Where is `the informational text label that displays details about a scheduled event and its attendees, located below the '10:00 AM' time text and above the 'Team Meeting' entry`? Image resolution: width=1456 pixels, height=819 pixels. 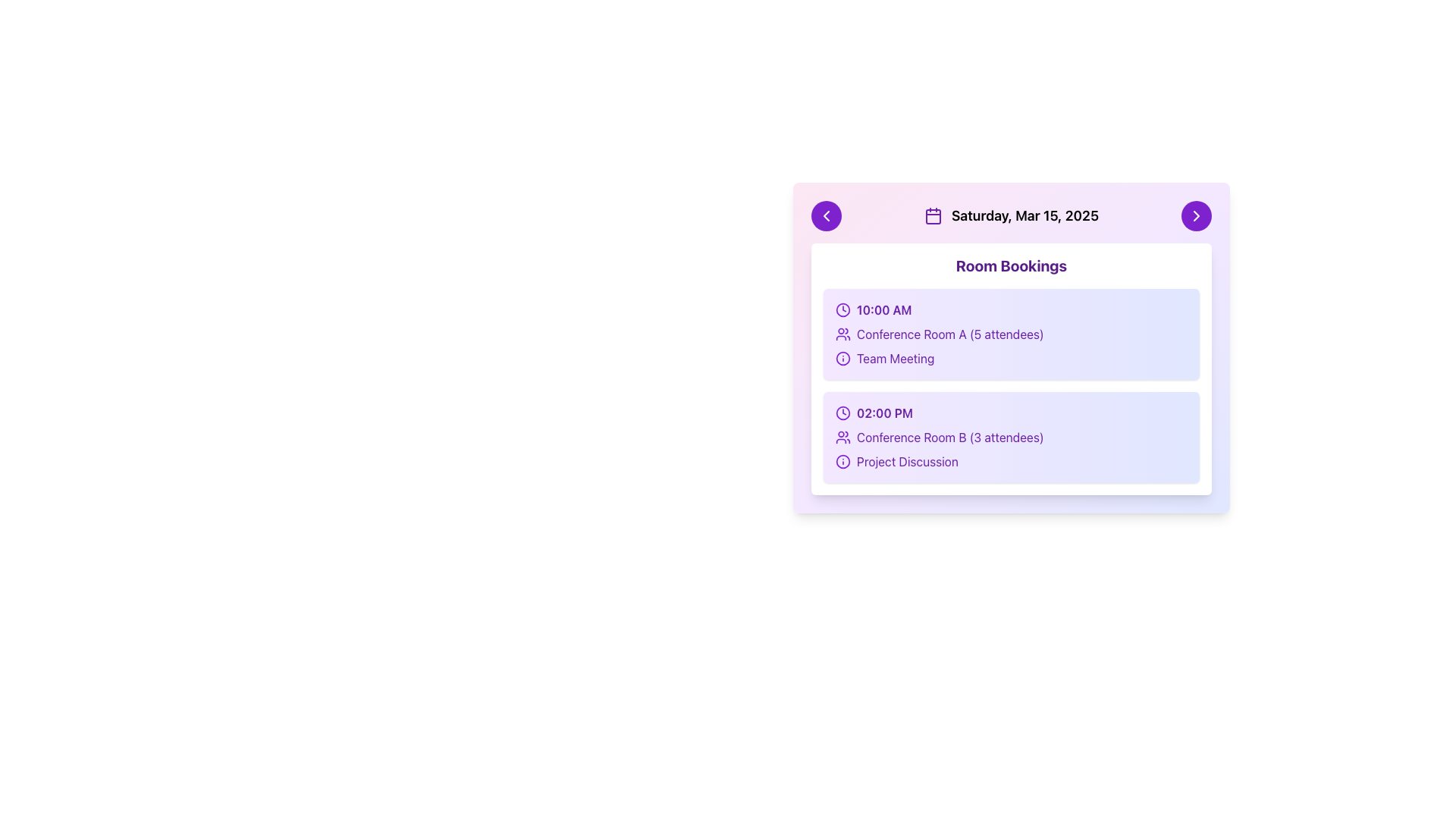 the informational text label that displays details about a scheduled event and its attendees, located below the '10:00 AM' time text and above the 'Team Meeting' entry is located at coordinates (1012, 333).